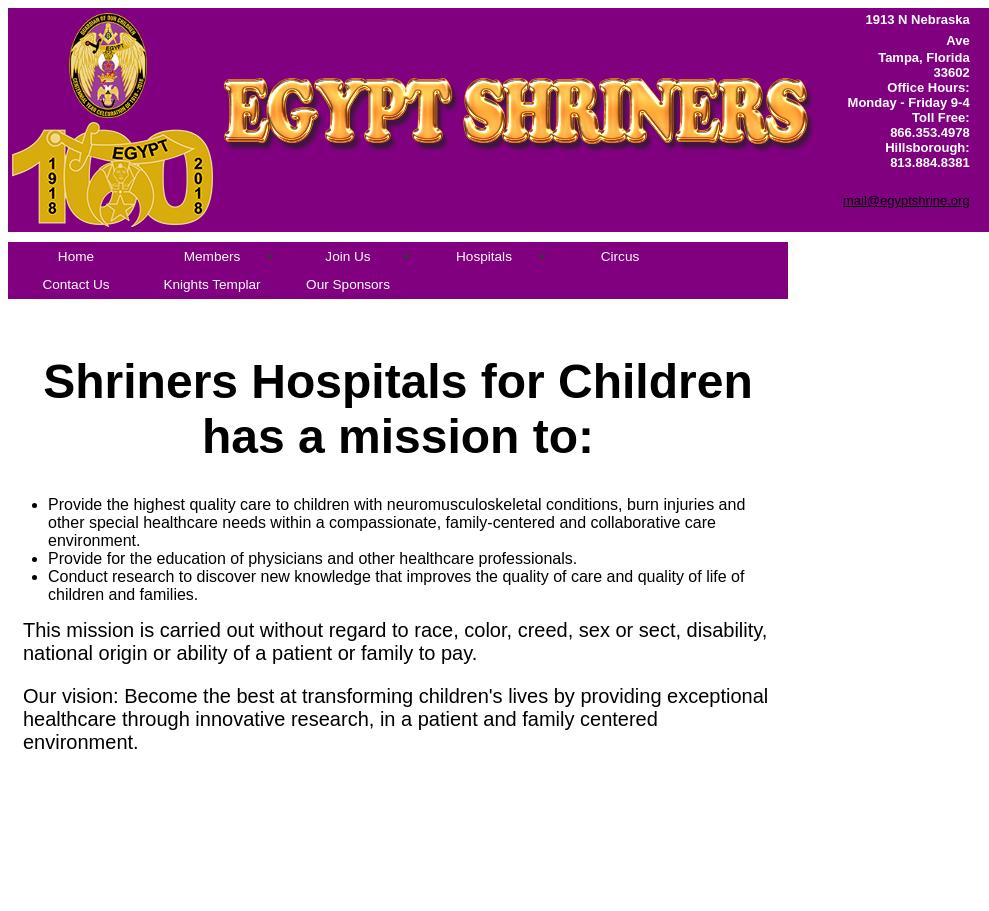  Describe the element at coordinates (905, 199) in the screenshot. I see `'mail@egyptshrine.org'` at that location.